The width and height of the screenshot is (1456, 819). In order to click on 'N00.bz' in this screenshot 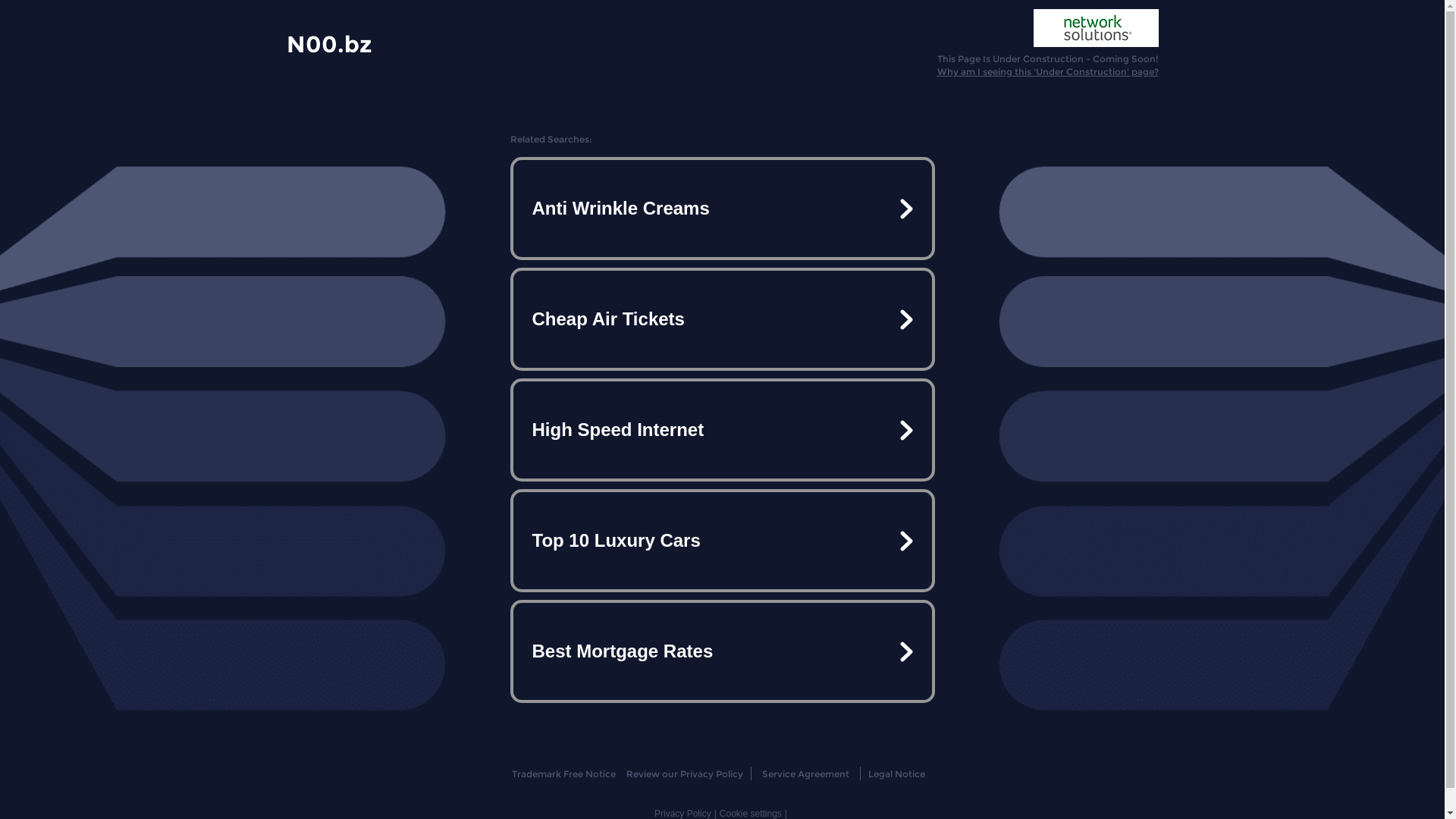, I will do `click(287, 42)`.